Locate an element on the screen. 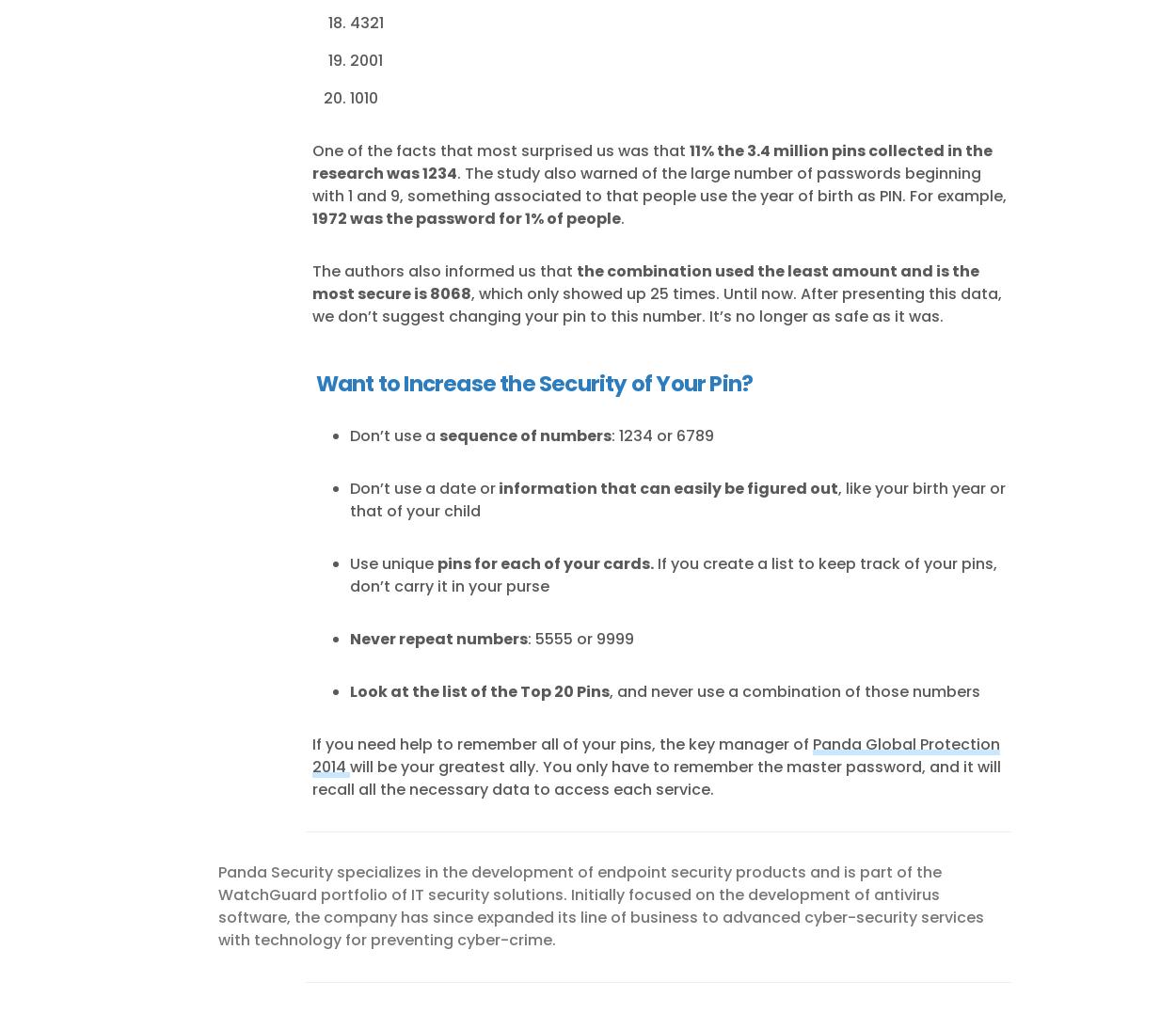  'Use unique' is located at coordinates (392, 562).